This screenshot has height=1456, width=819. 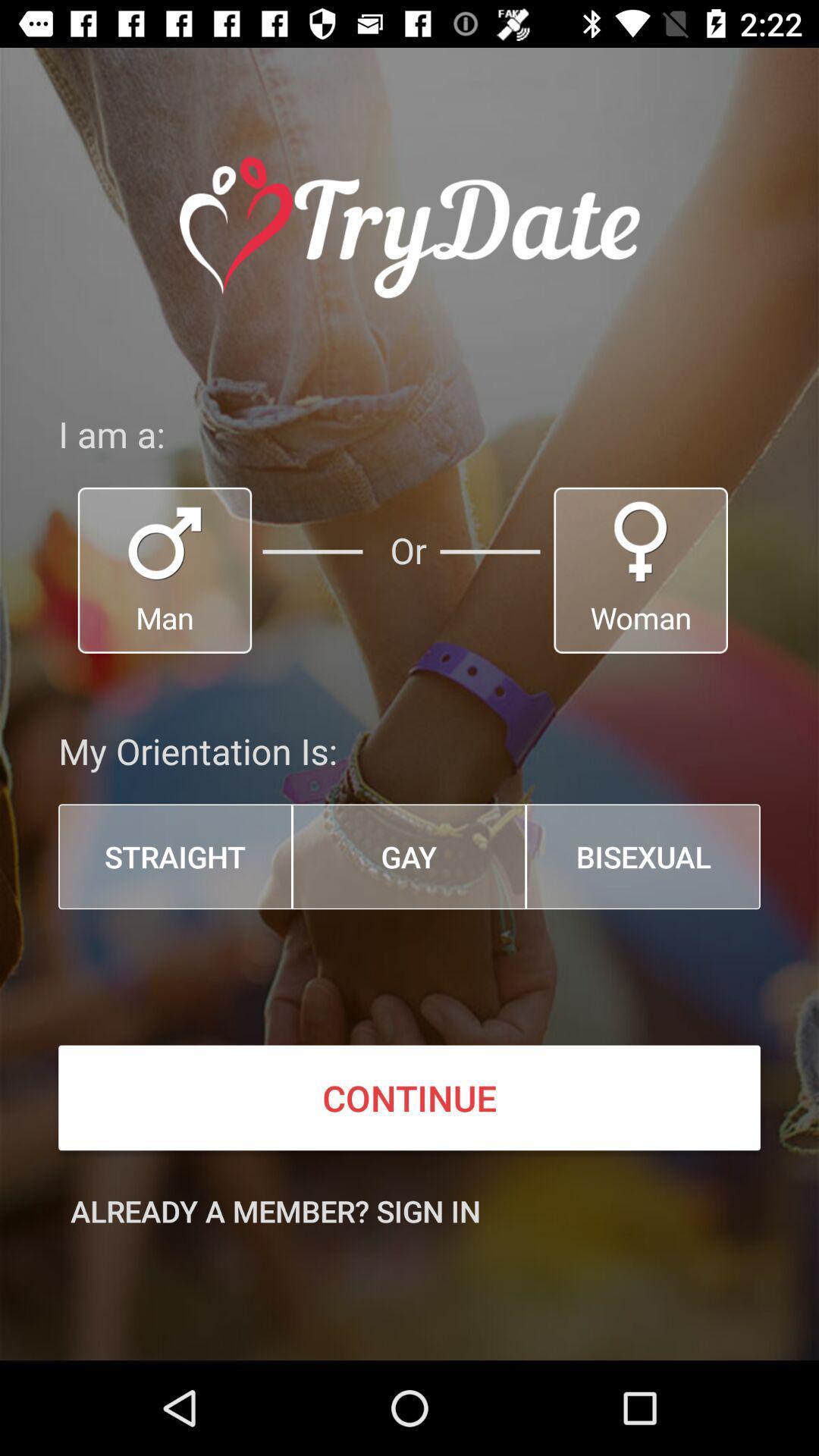 I want to click on man, so click(x=165, y=570).